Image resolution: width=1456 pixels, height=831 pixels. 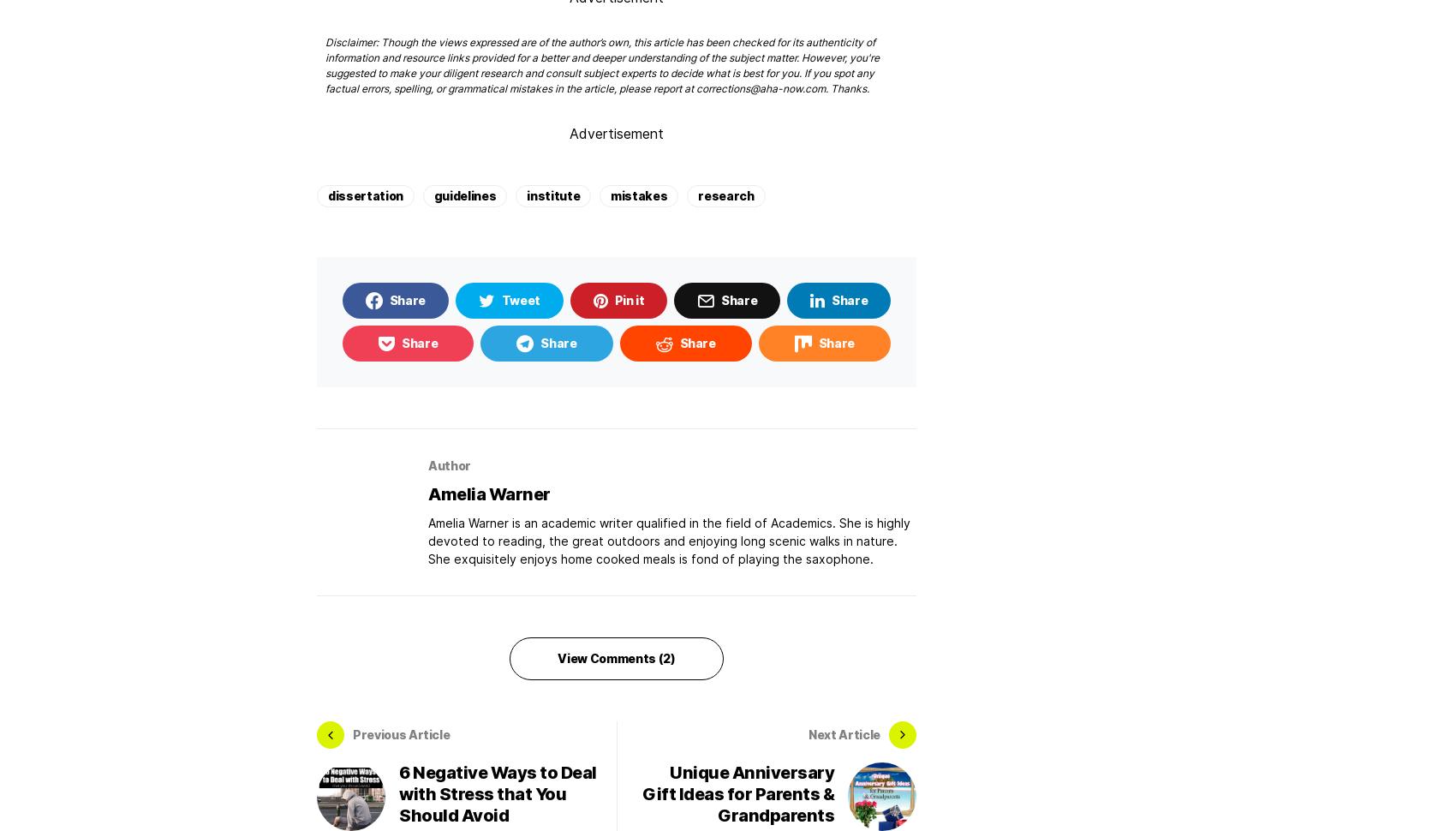 What do you see at coordinates (616, 656) in the screenshot?
I see `'View Comments (2)'` at bounding box center [616, 656].